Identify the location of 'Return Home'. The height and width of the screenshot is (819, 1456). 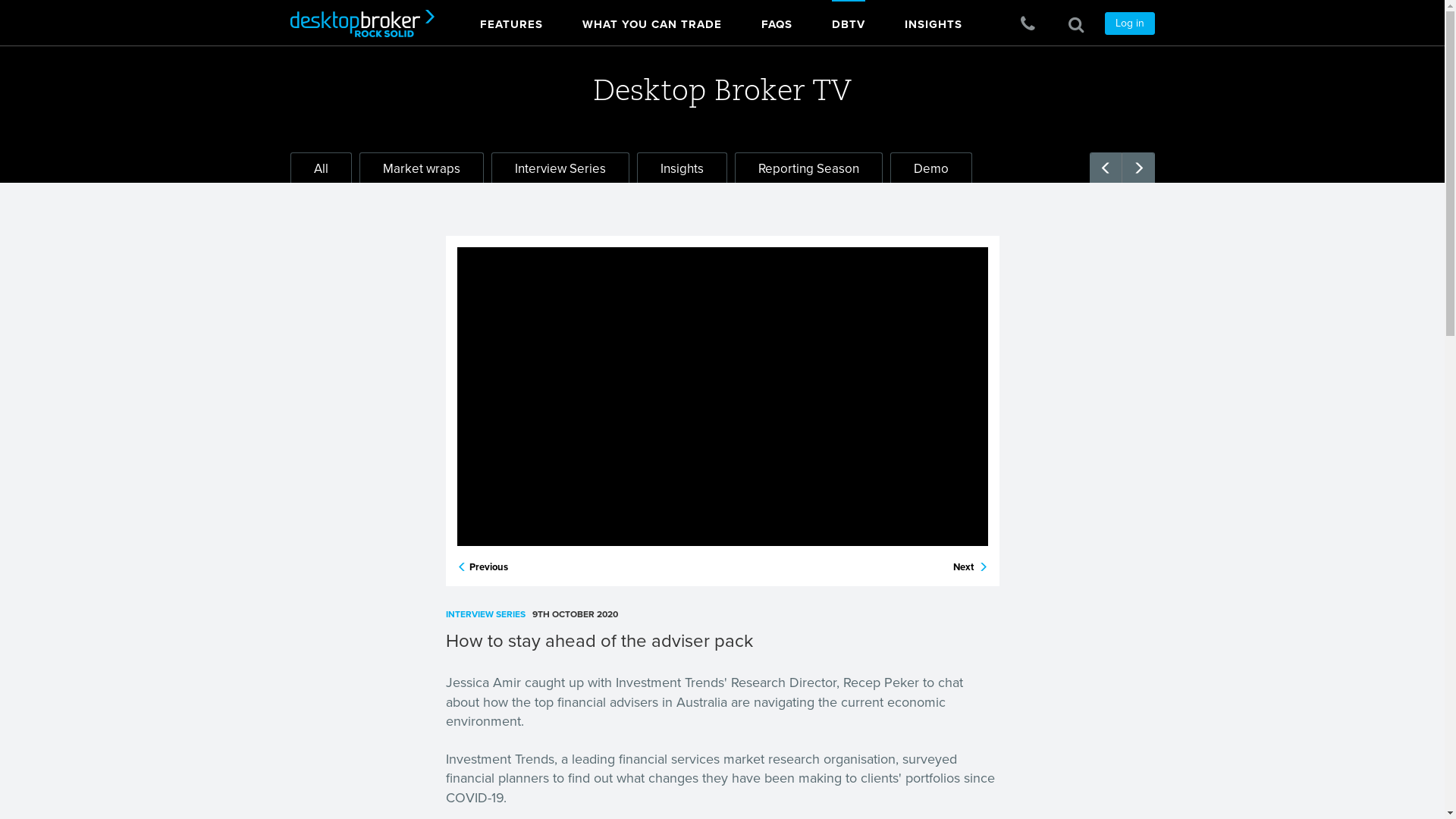
(279, 23).